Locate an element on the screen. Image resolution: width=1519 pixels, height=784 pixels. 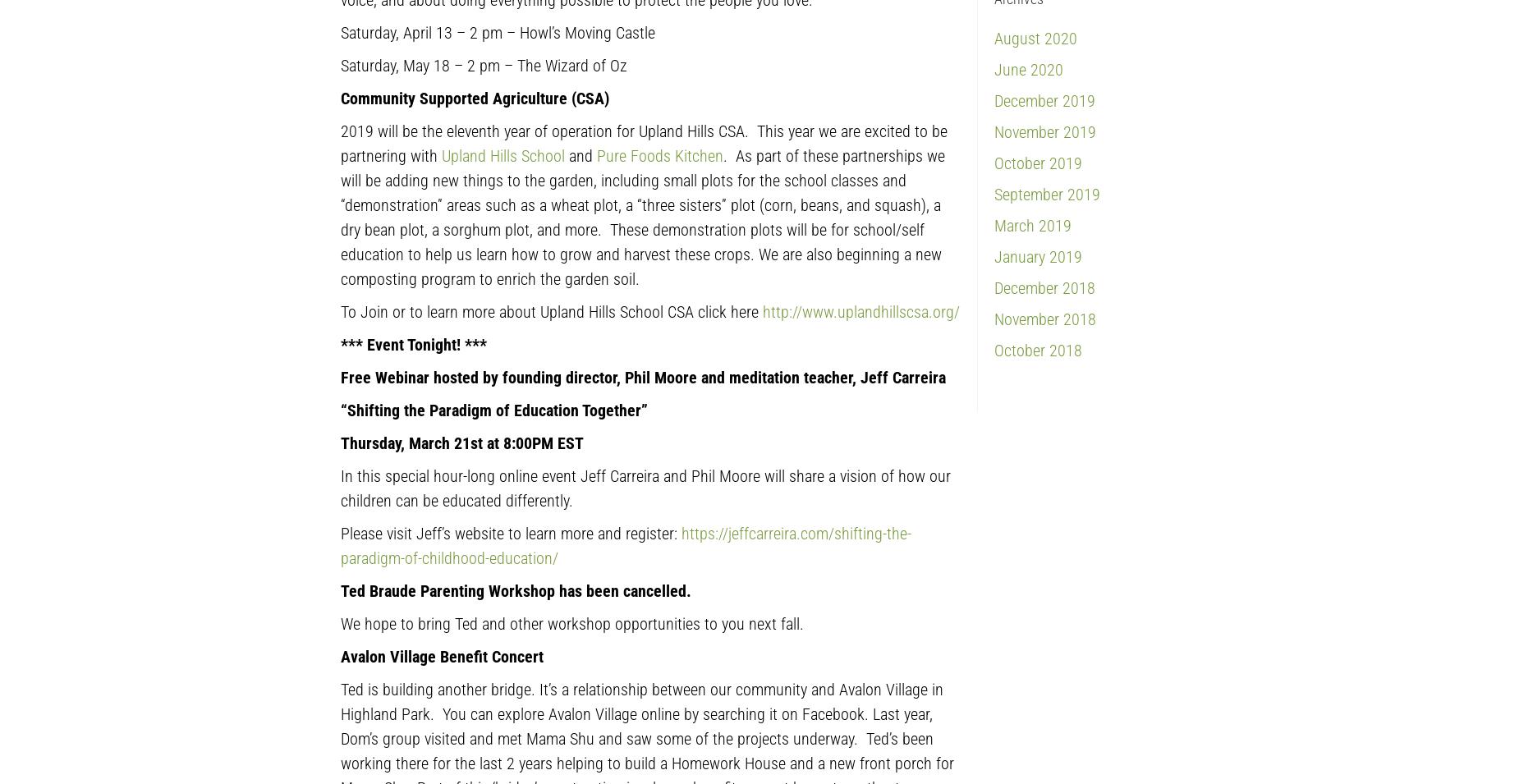
'Please visit Jeff’s website to learn more and register:' is located at coordinates (511, 532).